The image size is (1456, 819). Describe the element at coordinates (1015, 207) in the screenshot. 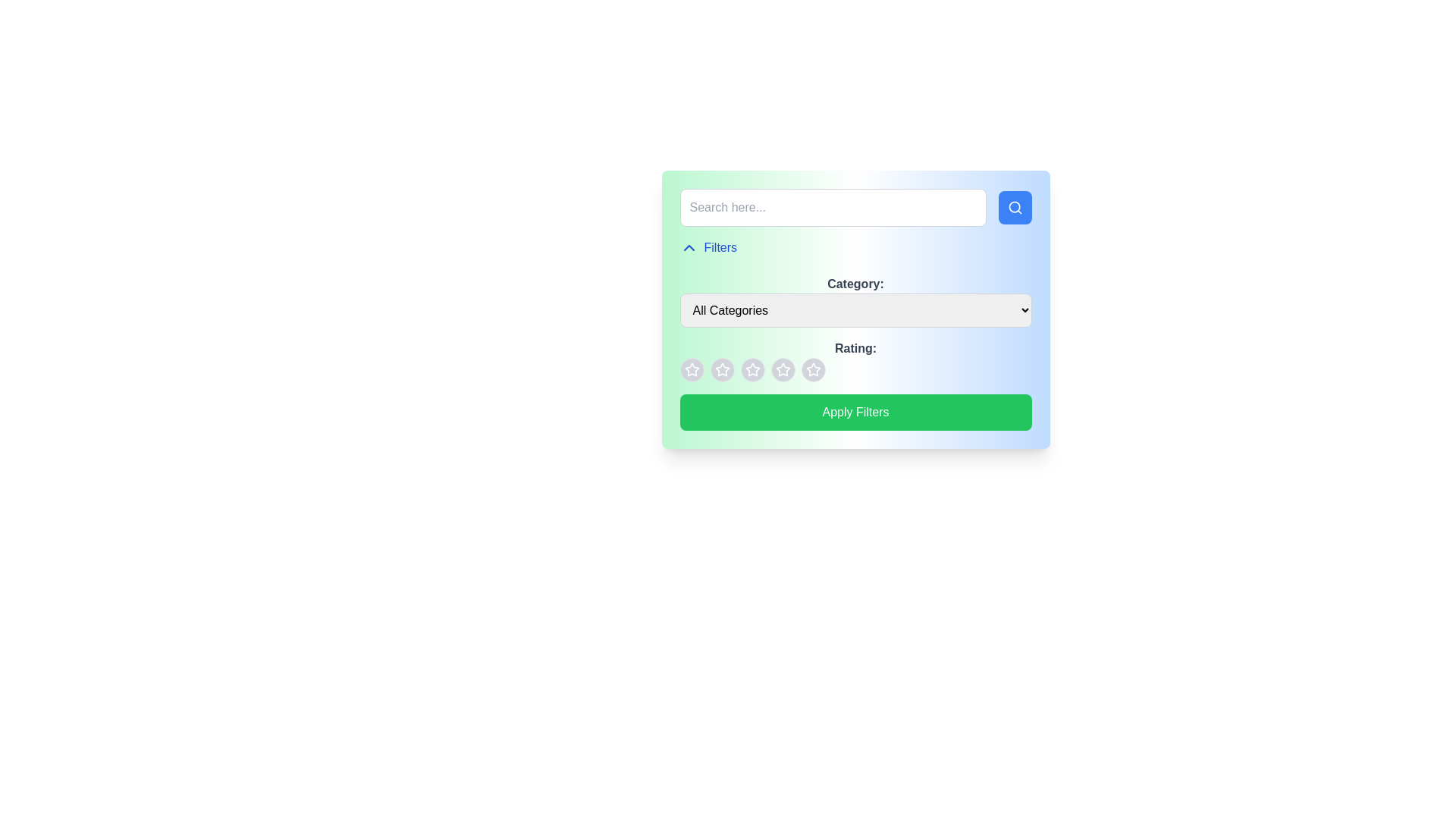

I see `the magnifying glass icon located within the blue, rounded rectangular button at the top-right corner of the search interface to initiate a search` at that location.